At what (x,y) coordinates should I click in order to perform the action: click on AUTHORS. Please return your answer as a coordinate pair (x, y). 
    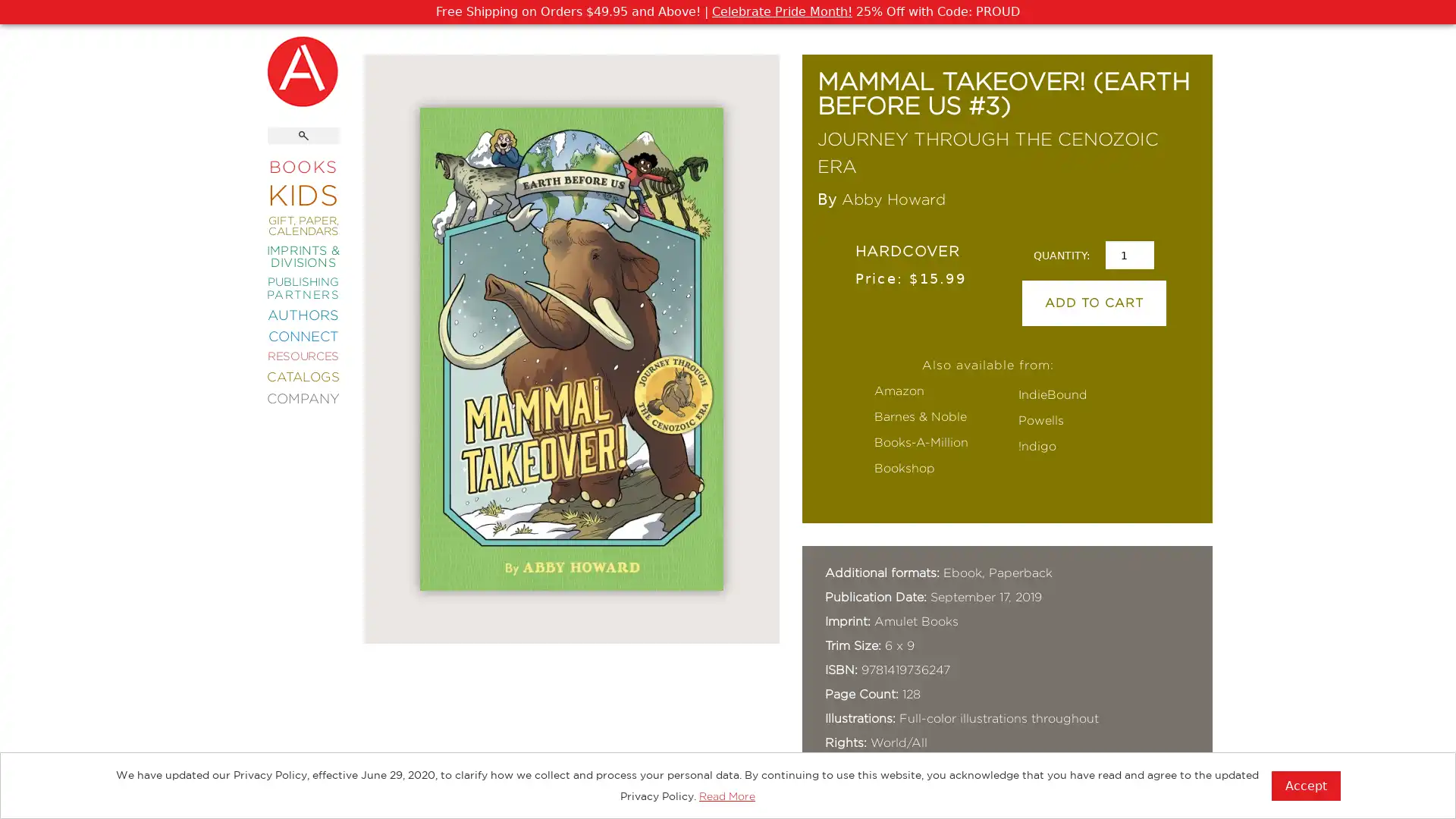
    Looking at the image, I should click on (303, 313).